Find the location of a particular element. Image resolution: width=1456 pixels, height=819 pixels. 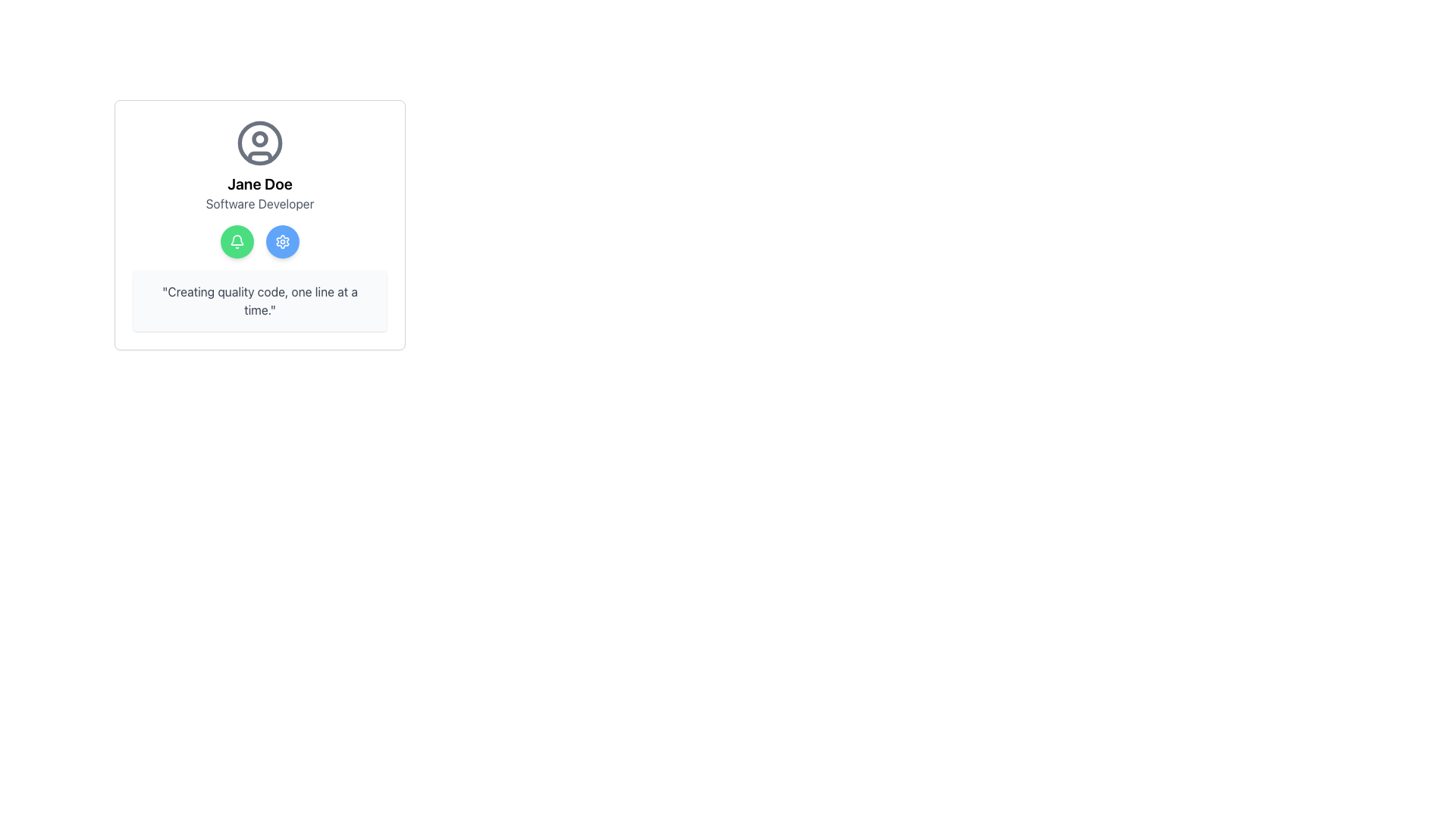

the static text block that reads 'Creating quality code, one line at a time.' located at the bottom of a profile card layout is located at coordinates (259, 301).